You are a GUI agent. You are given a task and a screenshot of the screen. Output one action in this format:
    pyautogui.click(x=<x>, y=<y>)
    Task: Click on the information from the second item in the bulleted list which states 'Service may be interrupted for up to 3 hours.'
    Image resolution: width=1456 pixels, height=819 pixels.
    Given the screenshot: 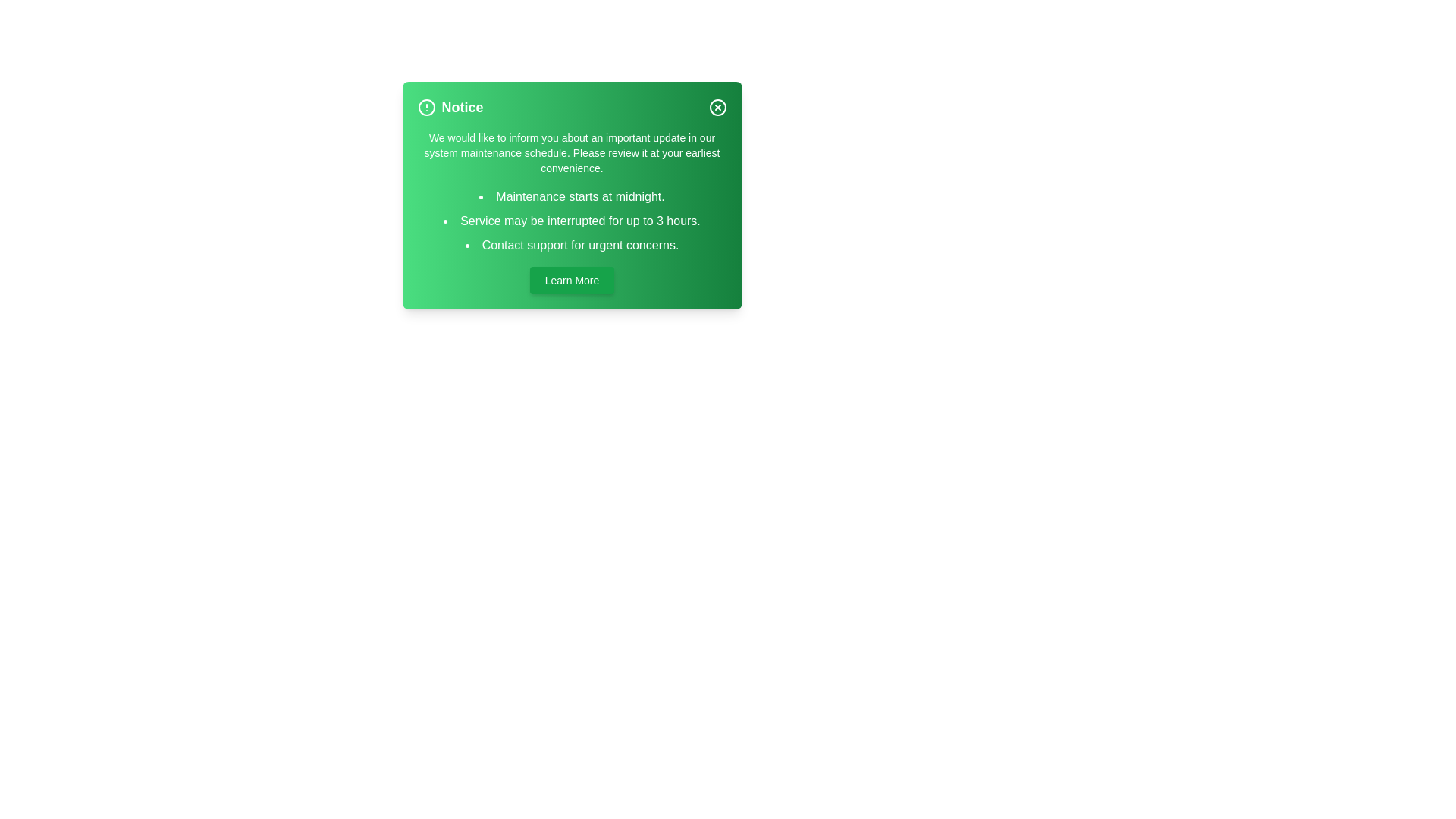 What is the action you would take?
    pyautogui.click(x=571, y=221)
    